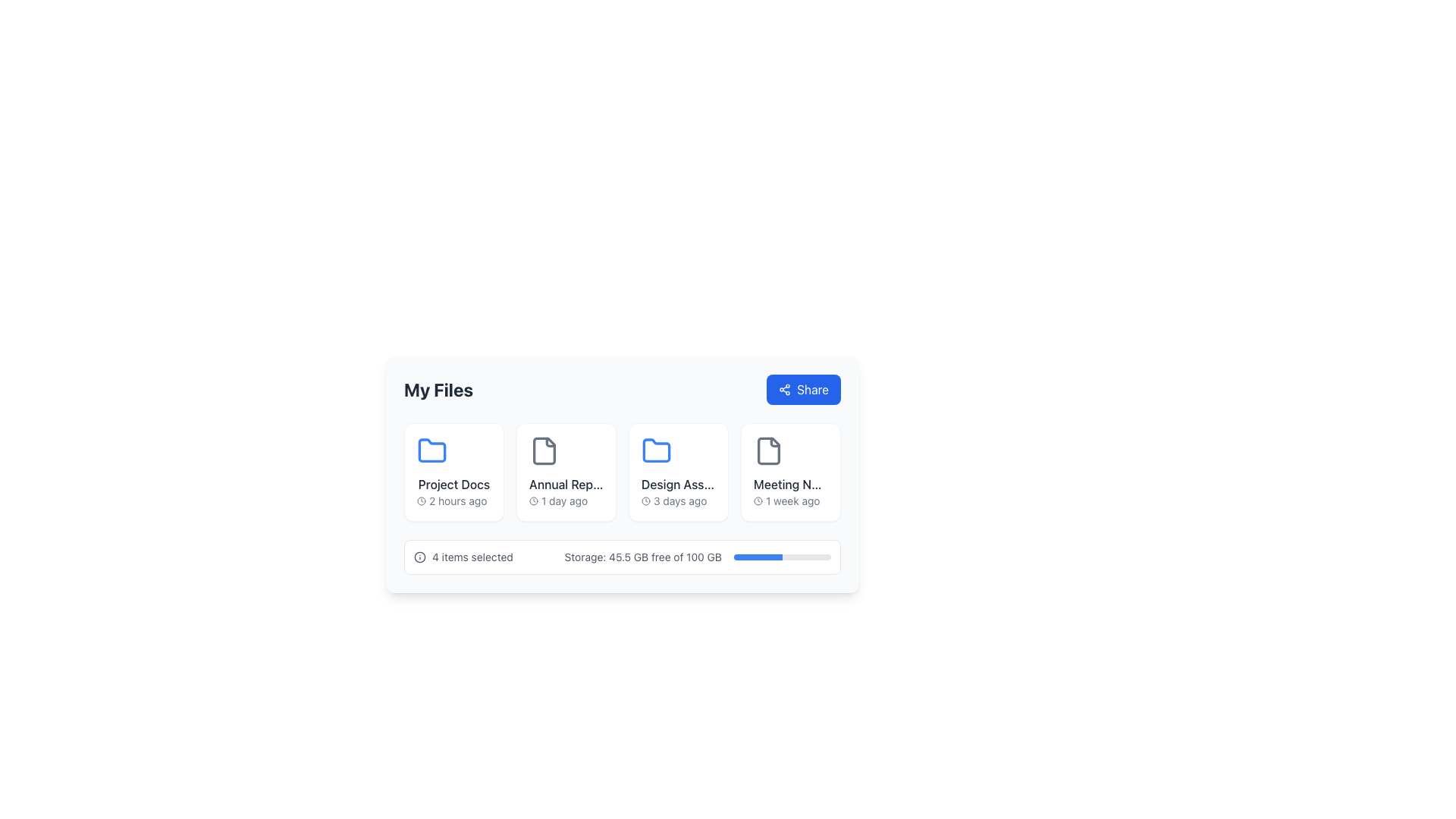 The height and width of the screenshot is (819, 1456). I want to click on the storage information label displaying 'Storage: 45.5 GB free of 100 GB', which is styled in gray and positioned below the main content area, to the left of the progress bar, so click(643, 557).